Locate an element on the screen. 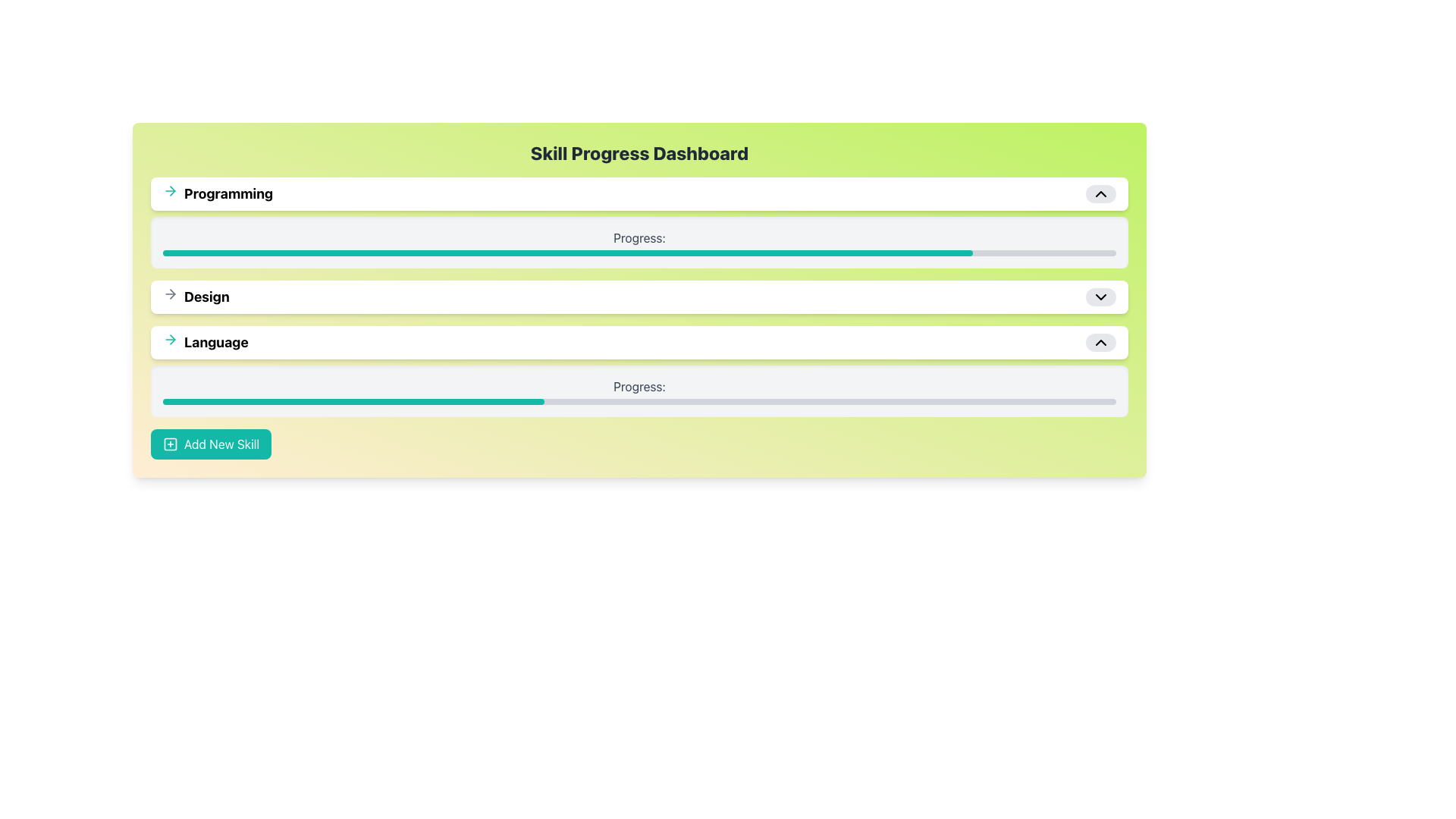  the small circular button with a gray background and a black chevron-up icon located at the far-right side of the 'Language' section header in the 'Skill Progress Dashboard' is located at coordinates (1100, 342).